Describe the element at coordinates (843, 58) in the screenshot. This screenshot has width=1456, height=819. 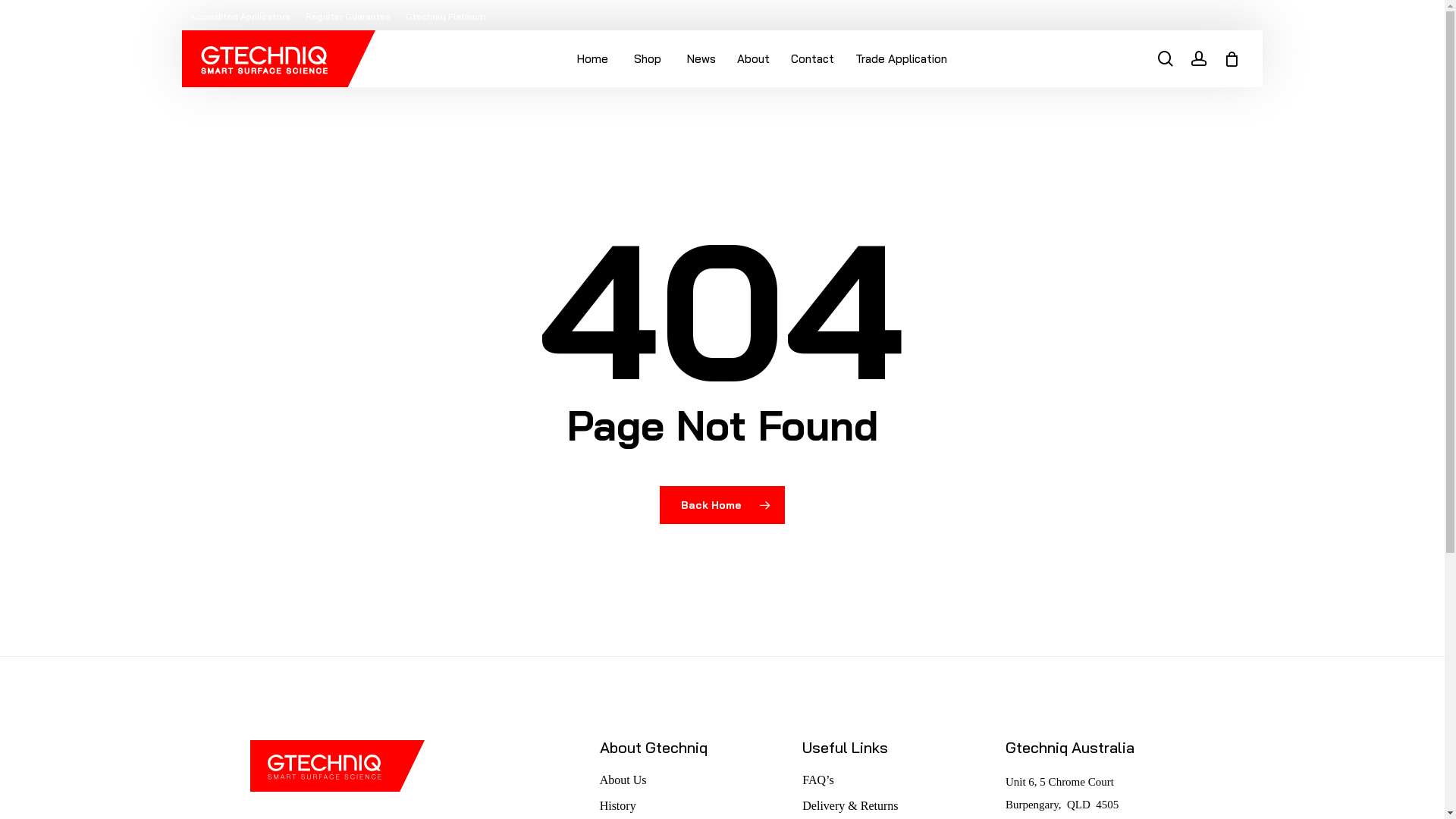
I see `'Trade Application'` at that location.